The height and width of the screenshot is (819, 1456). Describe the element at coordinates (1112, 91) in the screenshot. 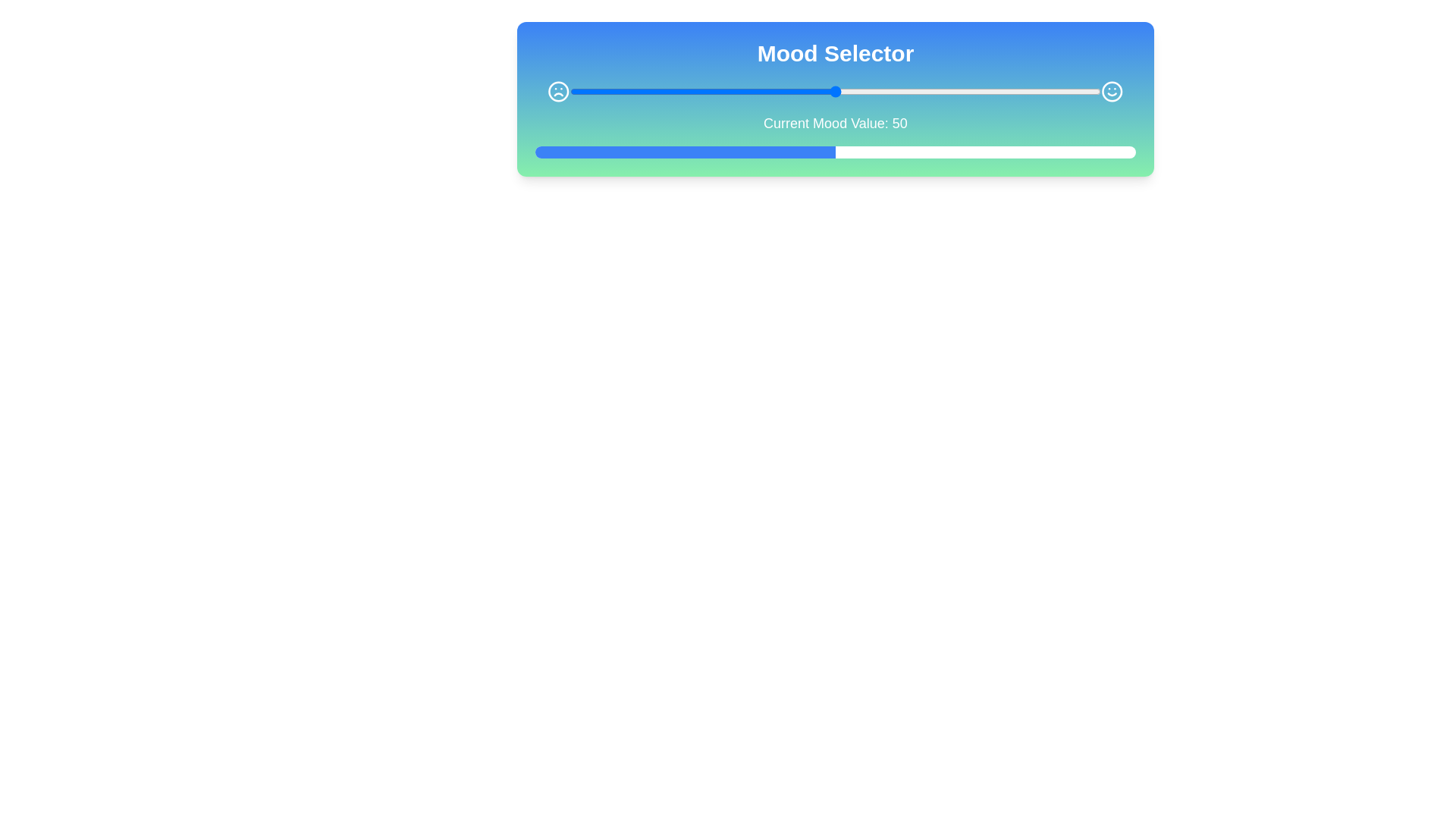

I see `the circular element representing the face of the smiley icon within the gradient-colored card titled 'Mood Selector'` at that location.